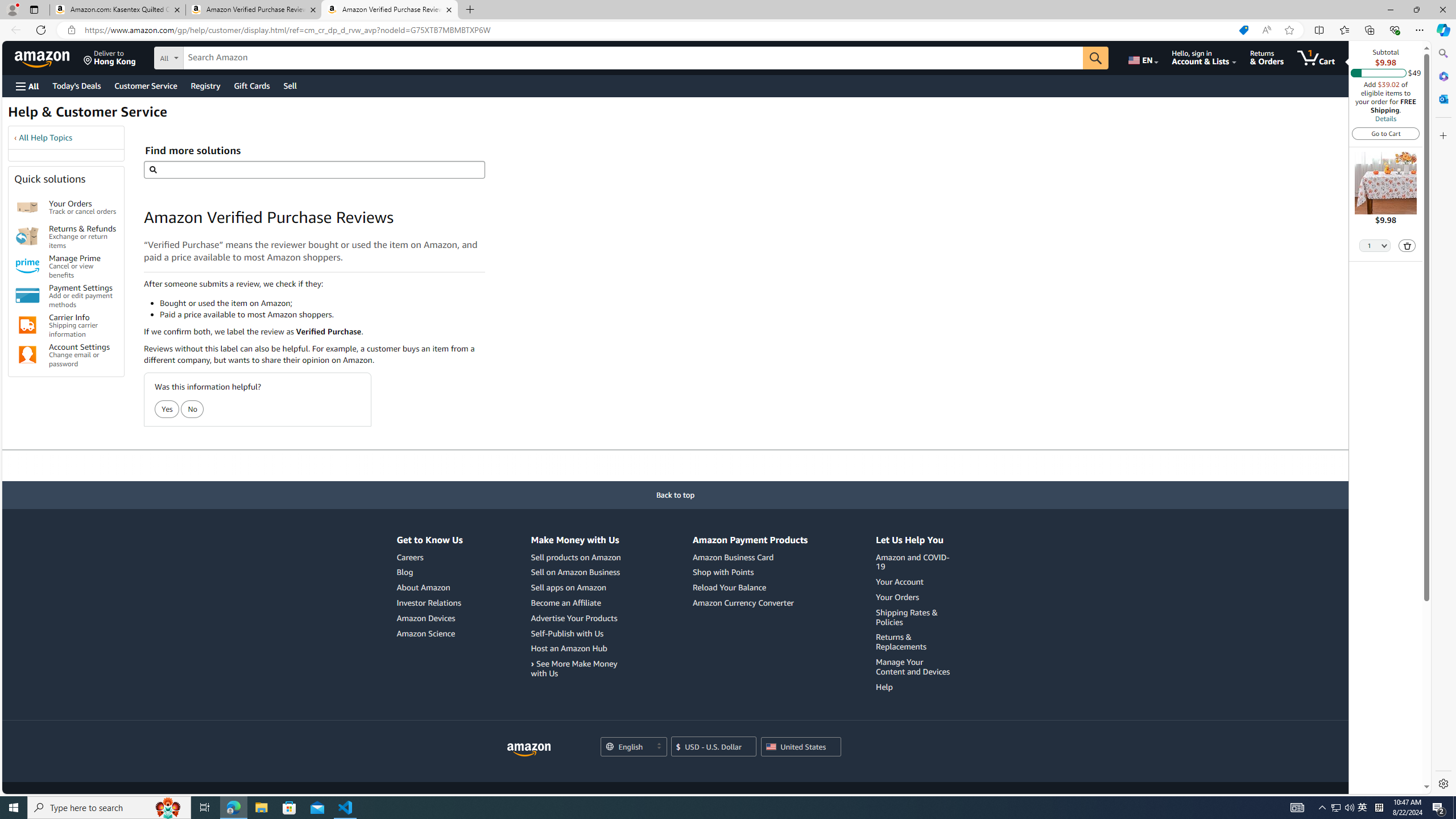 The width and height of the screenshot is (1456, 819). What do you see at coordinates (425, 617) in the screenshot?
I see `'Amazon Devices'` at bounding box center [425, 617].